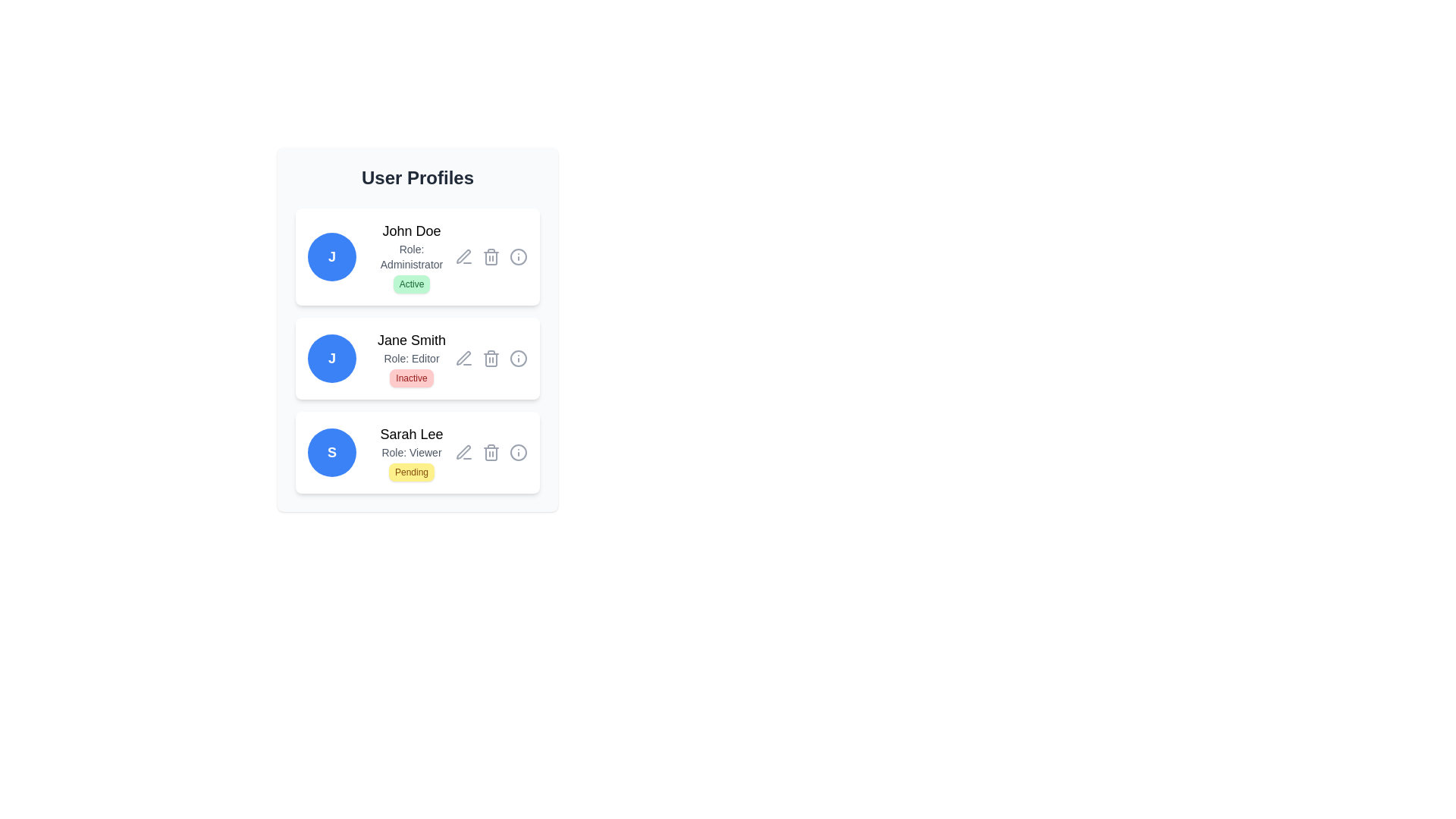 The image size is (1456, 819). I want to click on the 'John Doe' text label, which is displayed prominently as the primary identifier within the user profile card, so click(411, 231).